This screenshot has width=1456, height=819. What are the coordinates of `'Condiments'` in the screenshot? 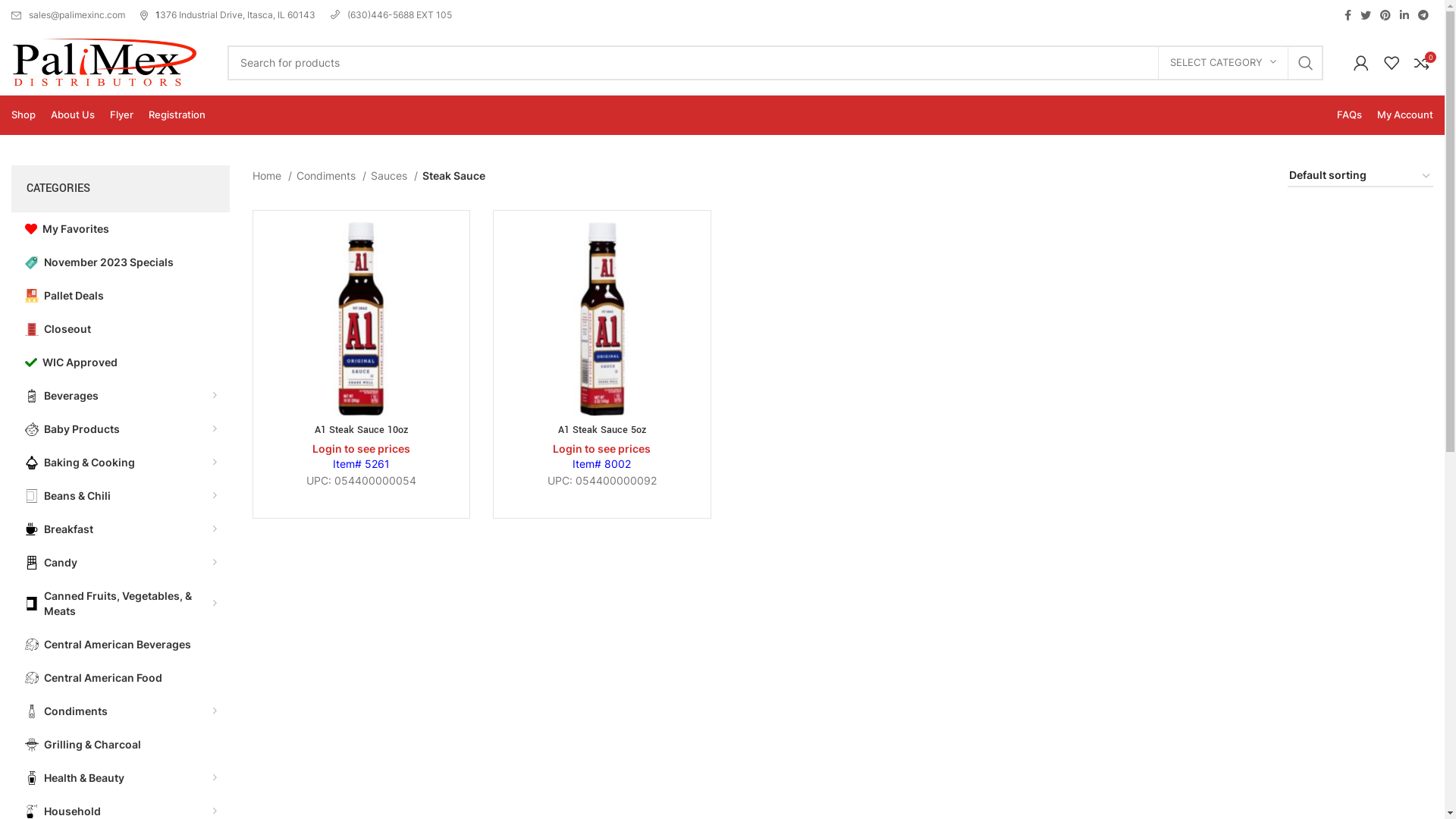 It's located at (330, 174).